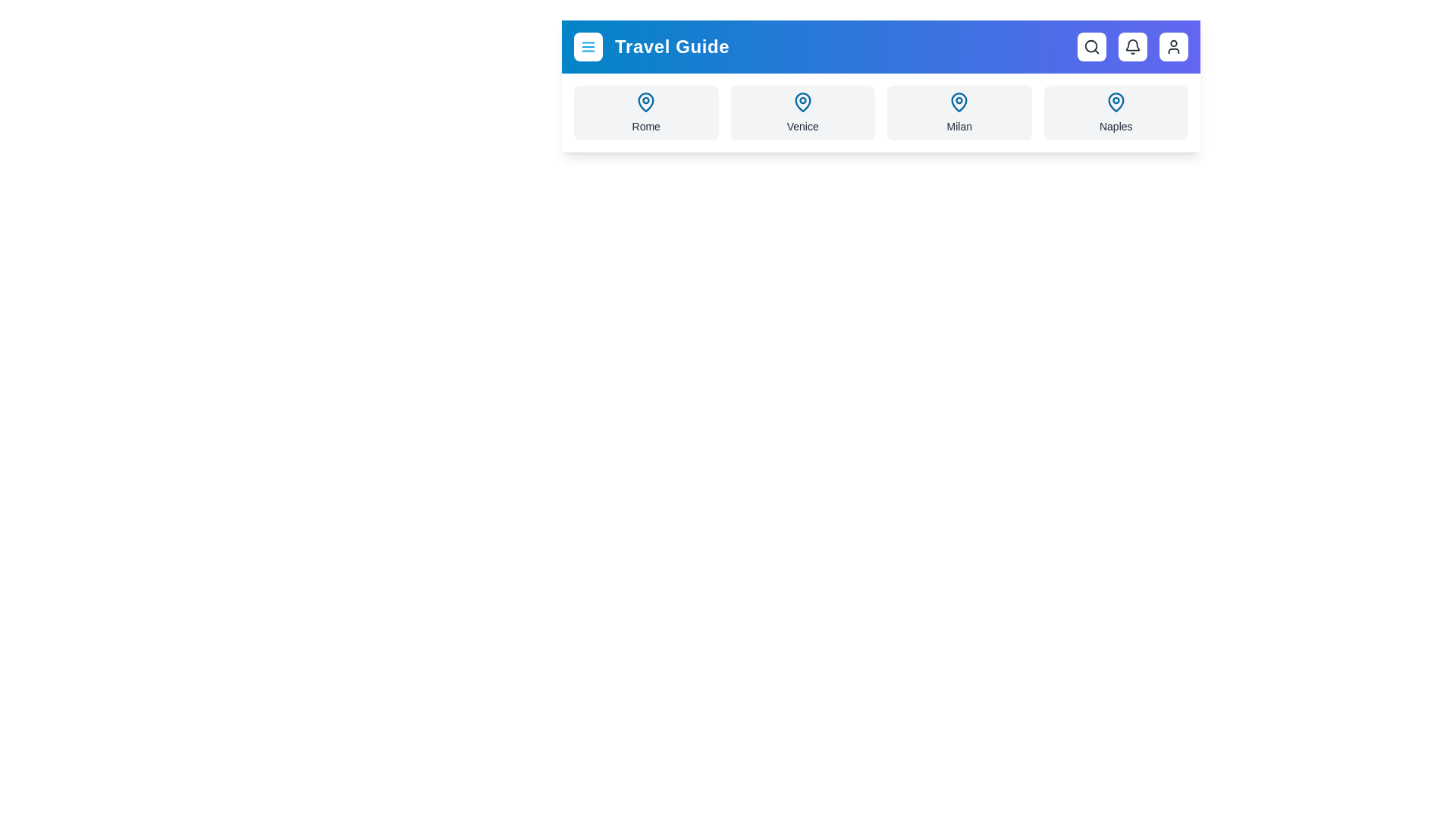 The width and height of the screenshot is (1456, 819). What do you see at coordinates (1173, 45) in the screenshot?
I see `the user button to access user account options` at bounding box center [1173, 45].